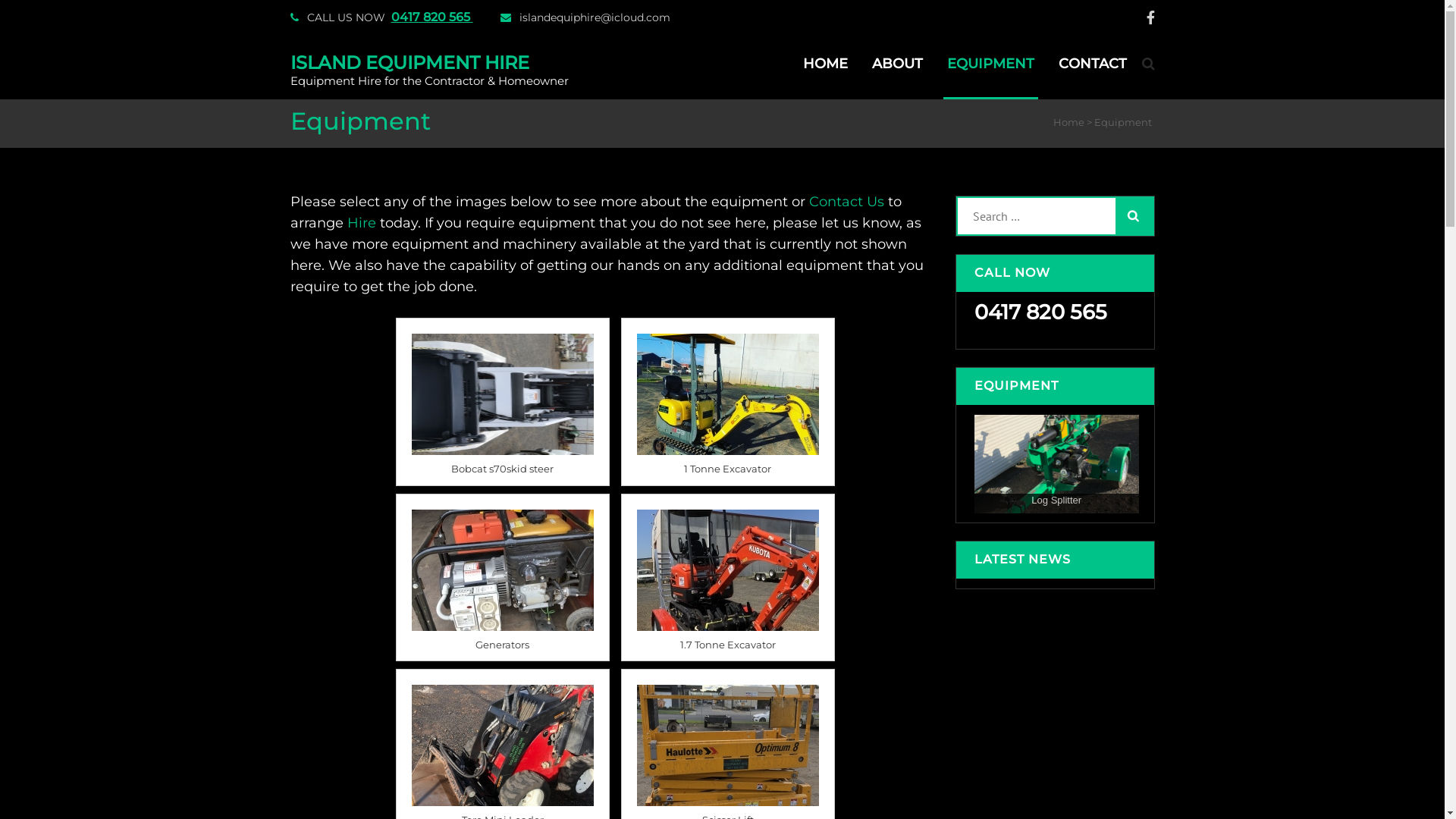 The image size is (1456, 819). What do you see at coordinates (502, 570) in the screenshot?
I see `'8 kva or silenced 2kva generators available'` at bounding box center [502, 570].